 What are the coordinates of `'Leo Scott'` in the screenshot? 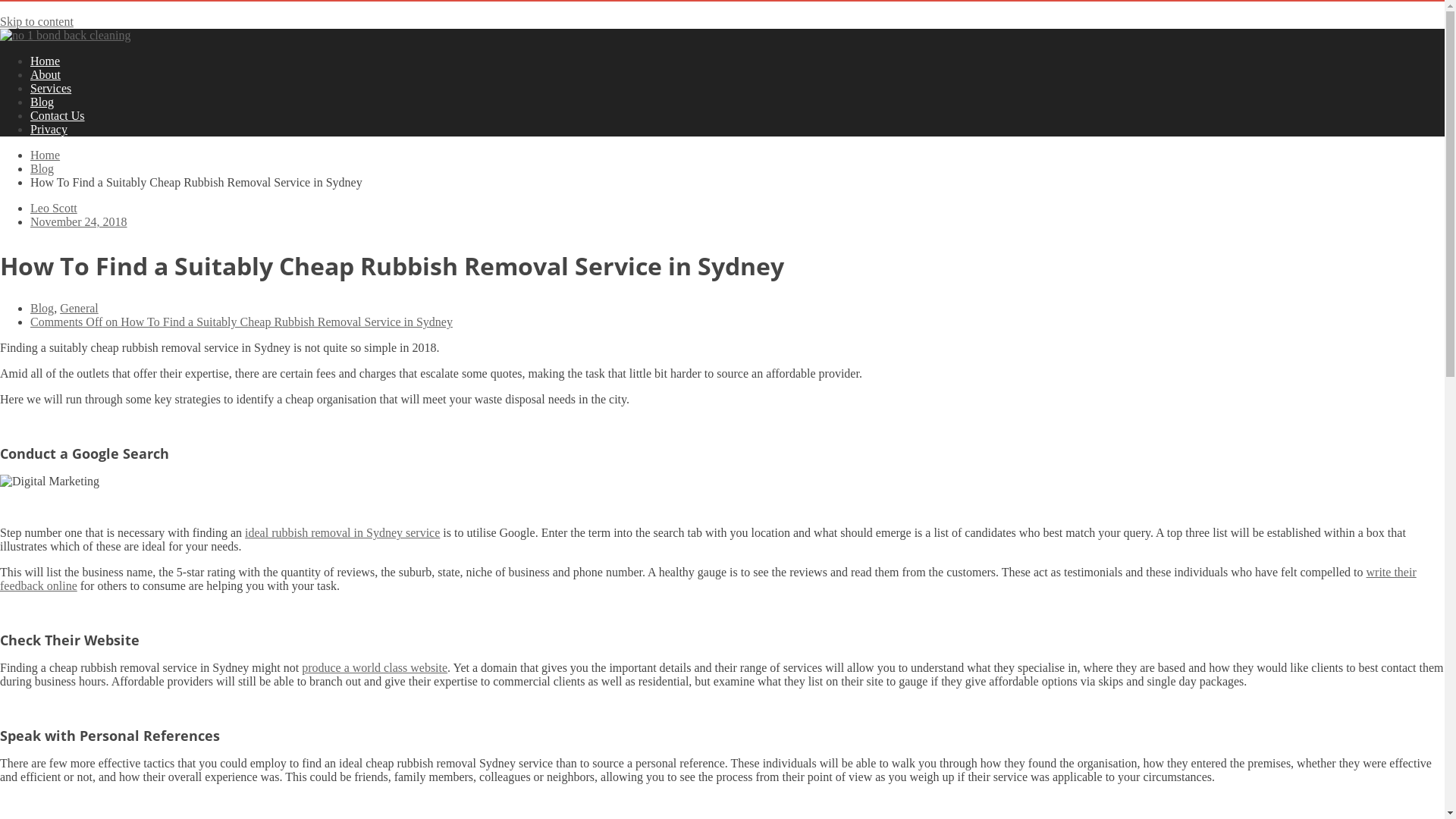 It's located at (54, 208).